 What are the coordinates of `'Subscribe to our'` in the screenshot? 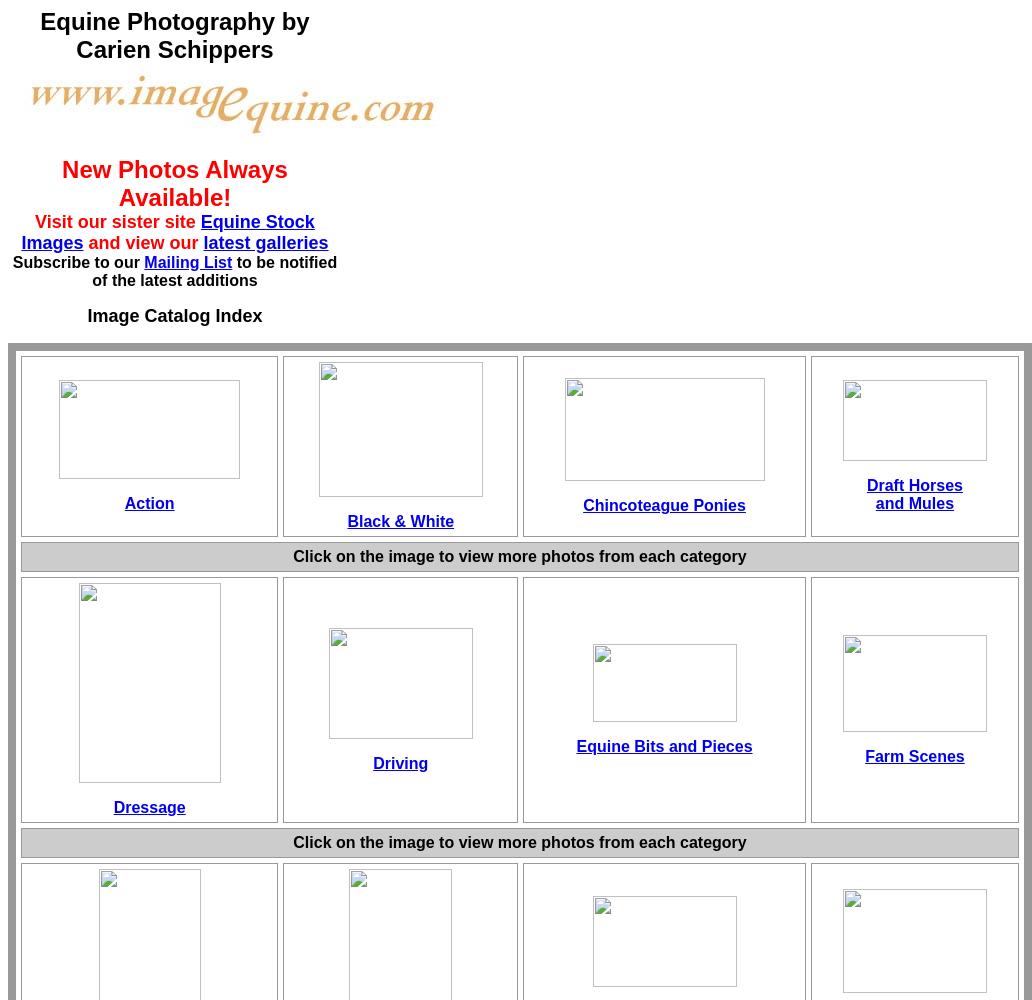 It's located at (78, 262).